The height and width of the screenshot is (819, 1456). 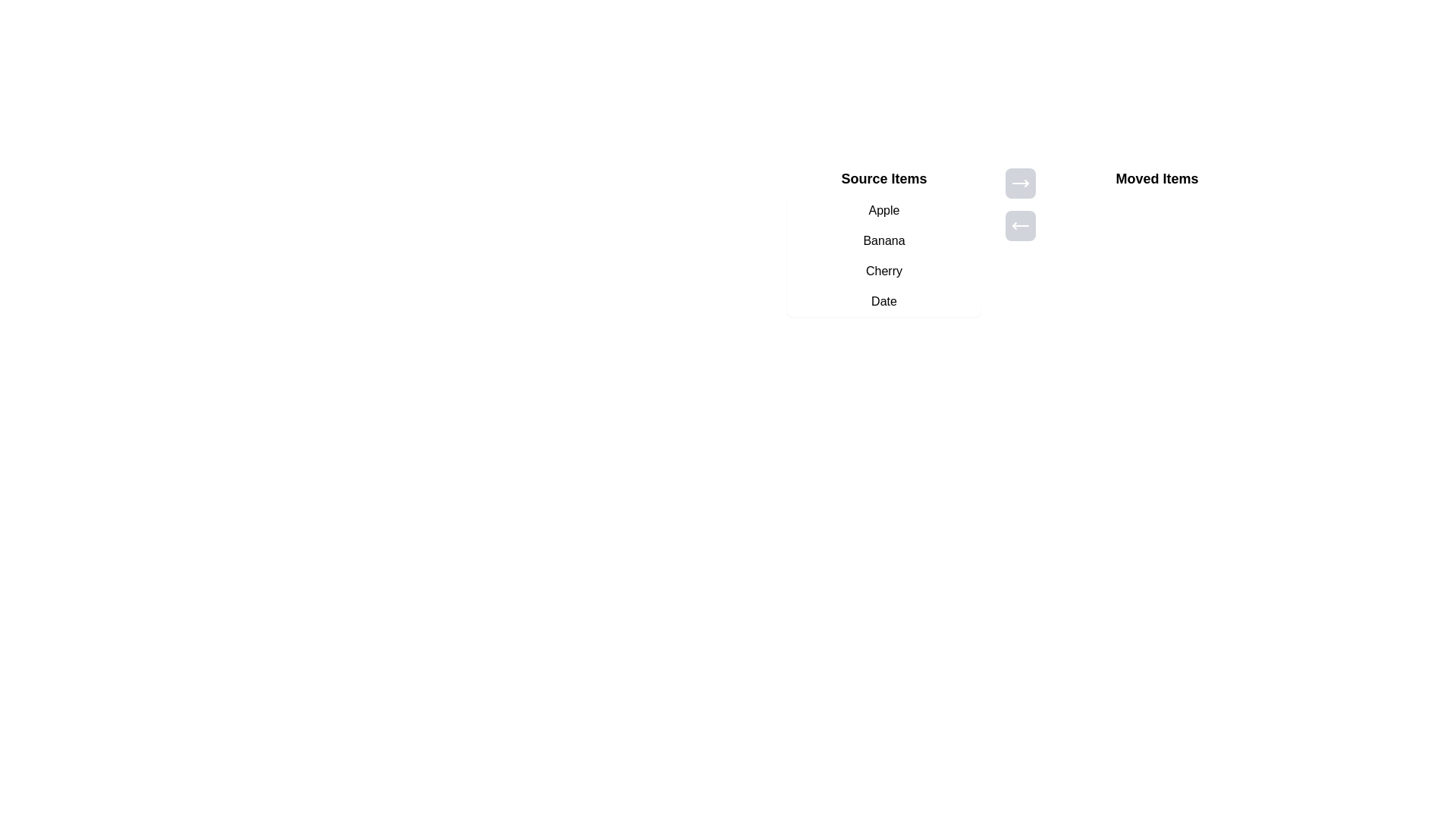 I want to click on the third item in the vertical list under the 'Source Items' heading to trigger the hover effect, so click(x=884, y=271).